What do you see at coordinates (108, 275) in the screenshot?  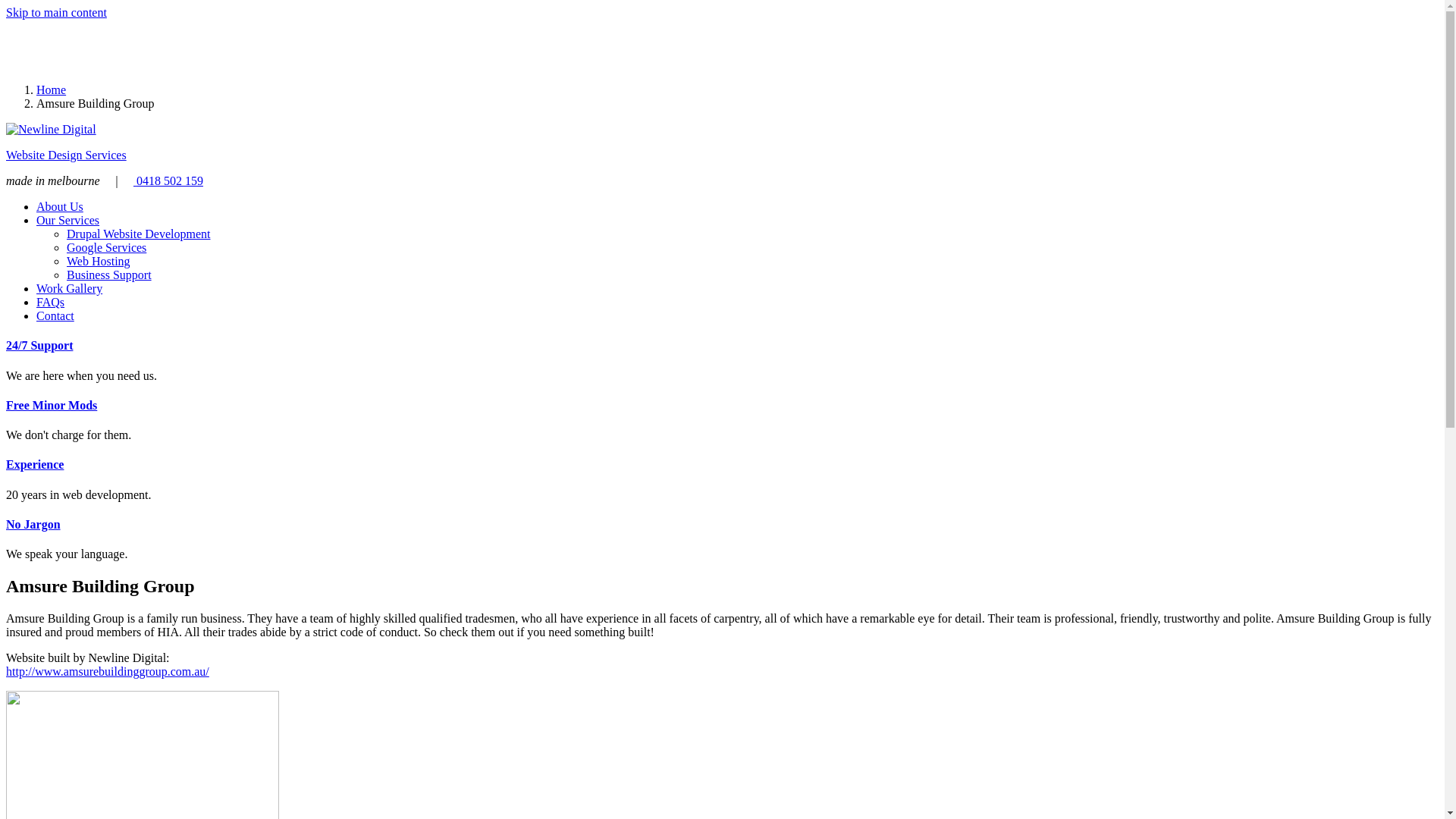 I see `'Business Support'` at bounding box center [108, 275].